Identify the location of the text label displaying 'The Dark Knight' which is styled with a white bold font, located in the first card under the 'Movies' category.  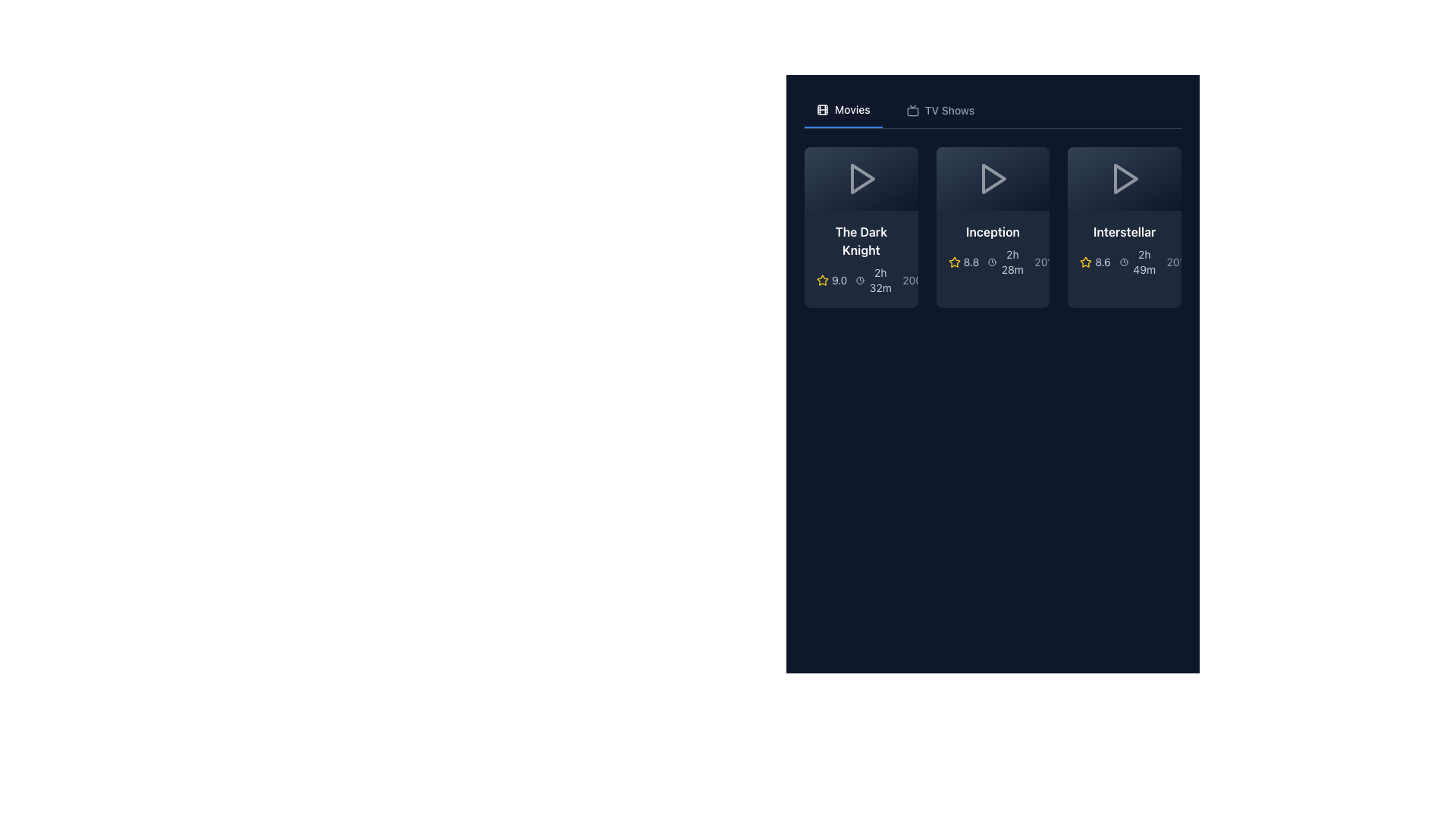
(861, 240).